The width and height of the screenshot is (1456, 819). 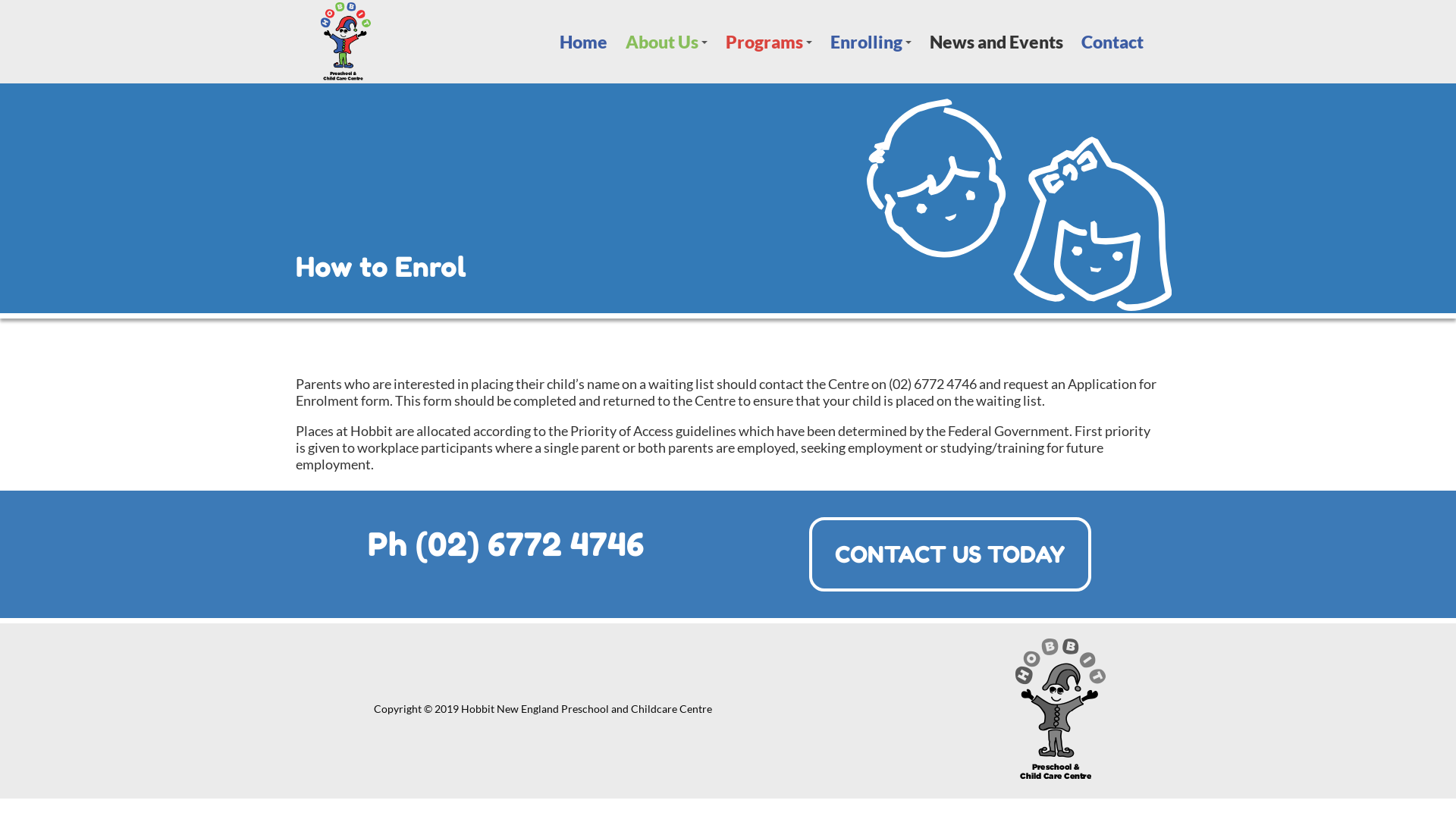 What do you see at coordinates (582, 41) in the screenshot?
I see `'Home'` at bounding box center [582, 41].